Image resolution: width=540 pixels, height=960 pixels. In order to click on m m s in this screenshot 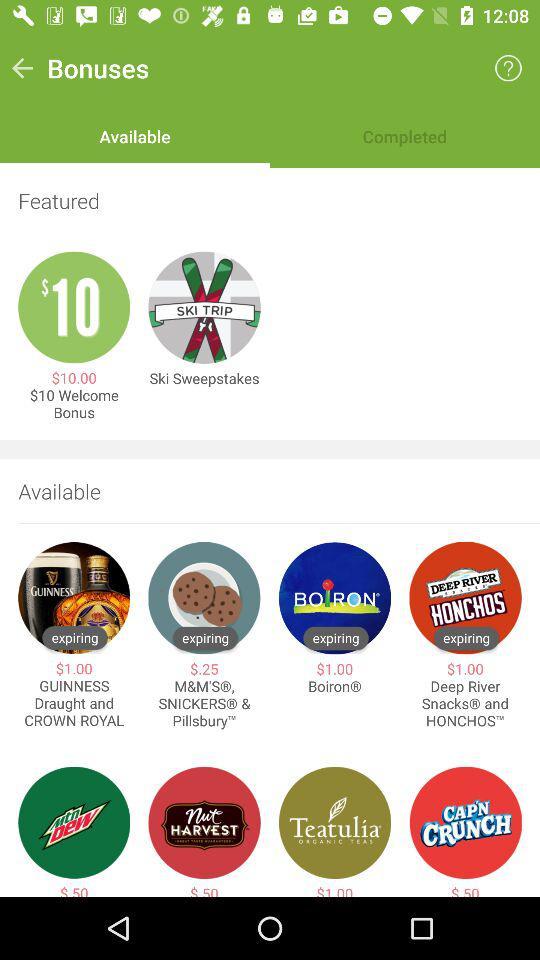, I will do `click(203, 704)`.